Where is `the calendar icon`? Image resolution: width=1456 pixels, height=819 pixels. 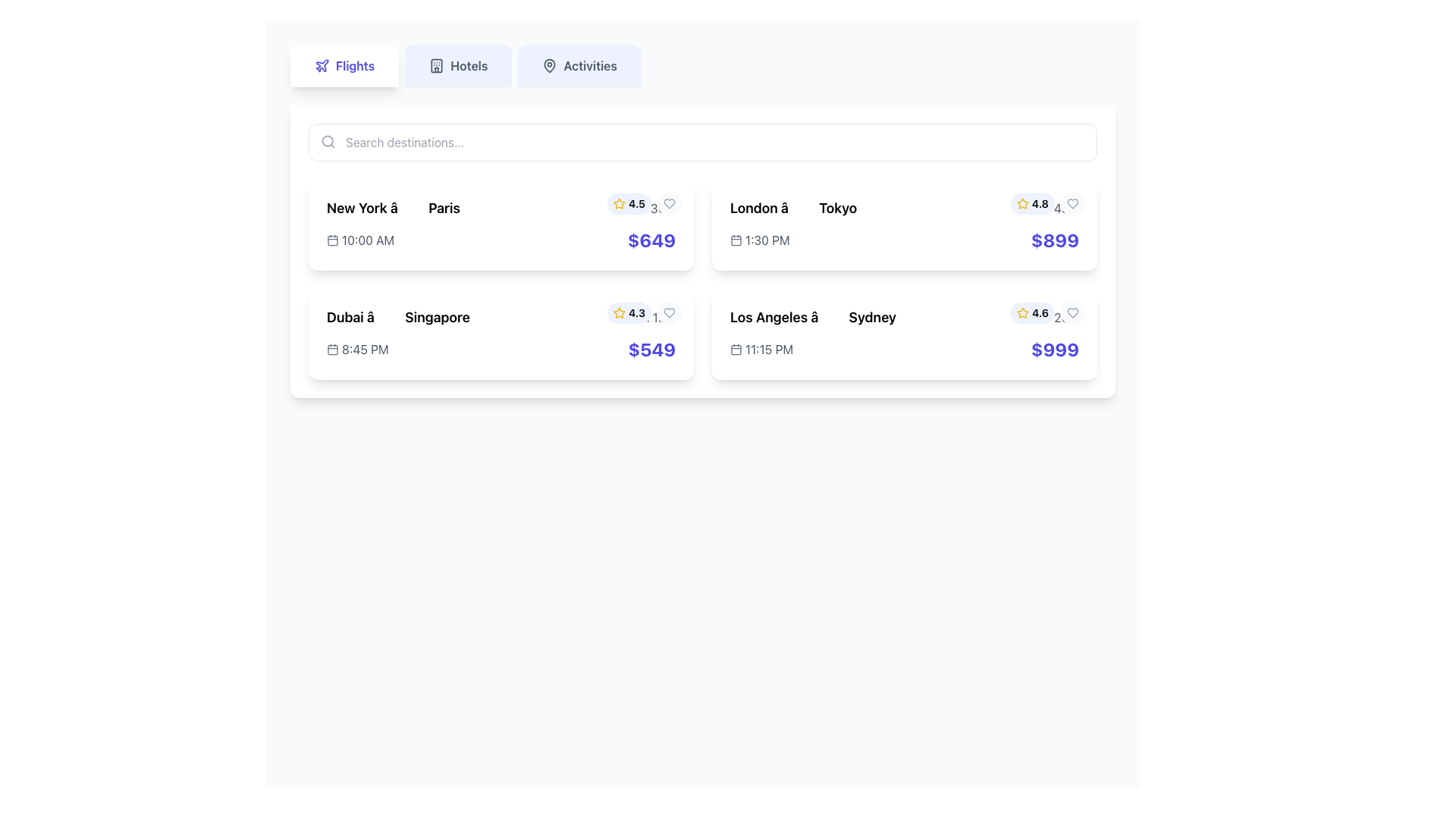
the calendar icon is located at coordinates (736, 239).